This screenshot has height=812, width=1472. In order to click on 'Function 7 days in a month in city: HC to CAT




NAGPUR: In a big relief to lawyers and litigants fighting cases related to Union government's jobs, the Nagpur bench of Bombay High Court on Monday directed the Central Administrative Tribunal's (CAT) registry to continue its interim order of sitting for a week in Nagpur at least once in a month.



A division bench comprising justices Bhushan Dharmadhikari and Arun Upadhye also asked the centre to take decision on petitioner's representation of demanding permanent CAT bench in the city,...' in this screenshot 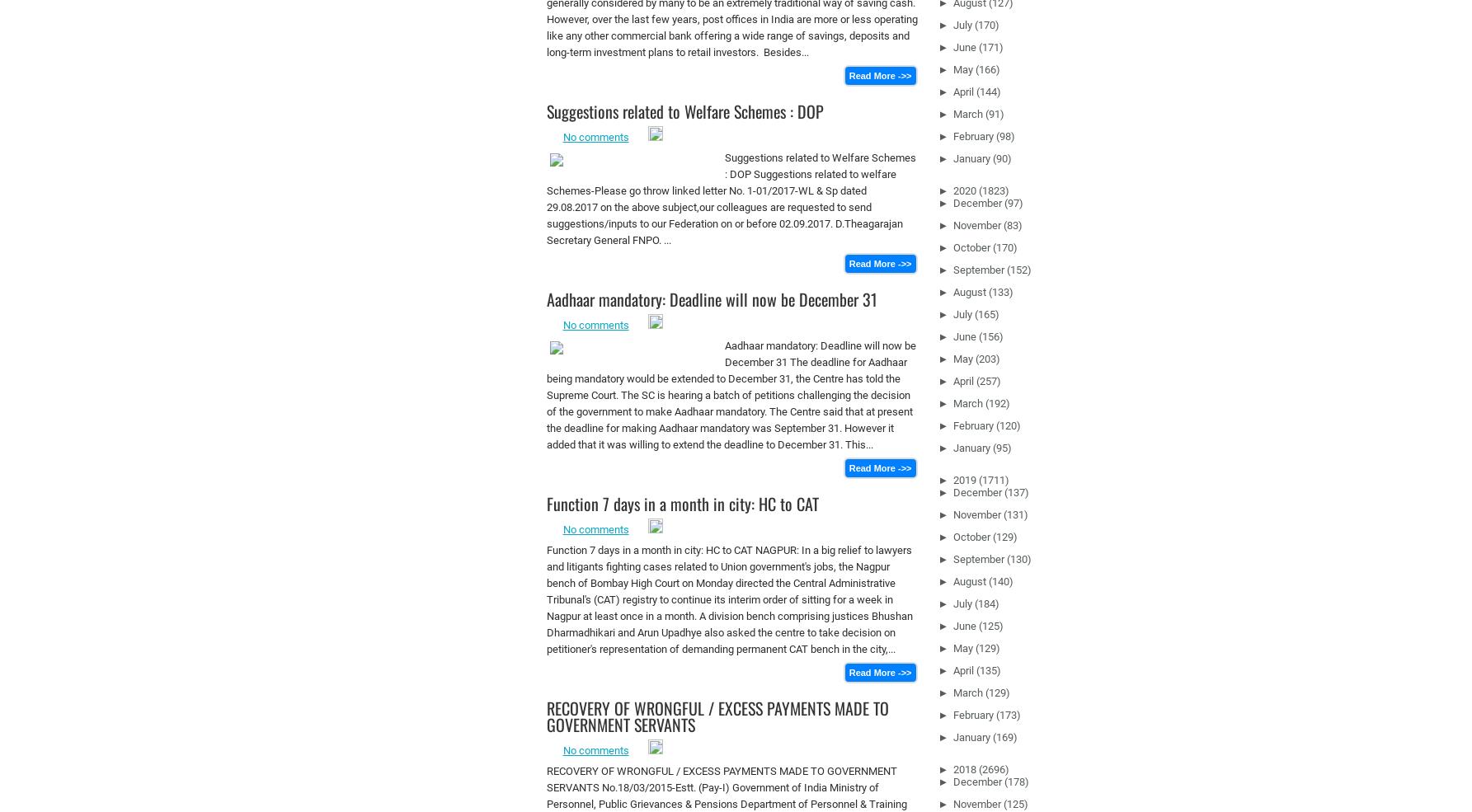, I will do `click(728, 599)`.